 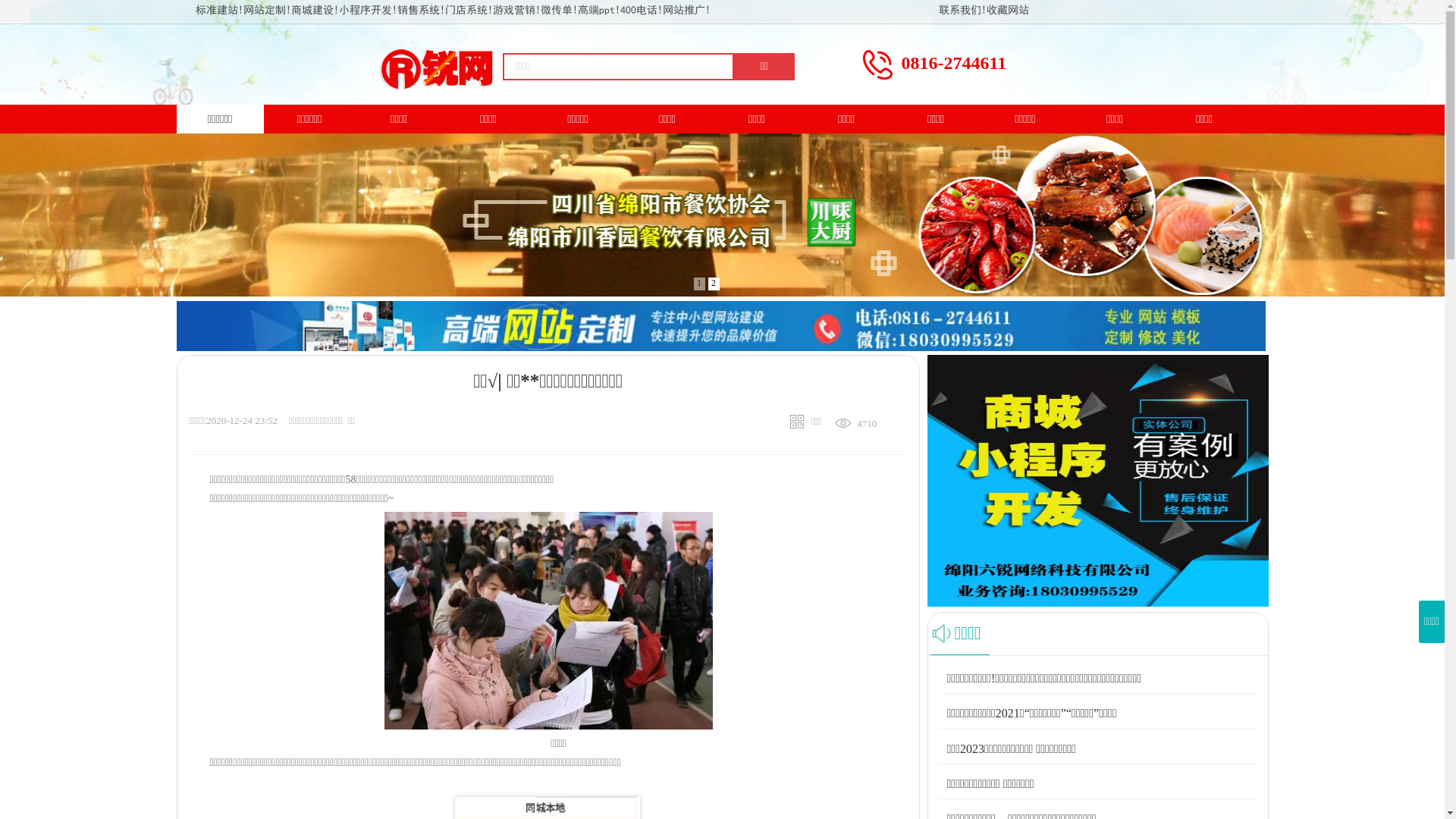 I want to click on '2', so click(x=713, y=284).